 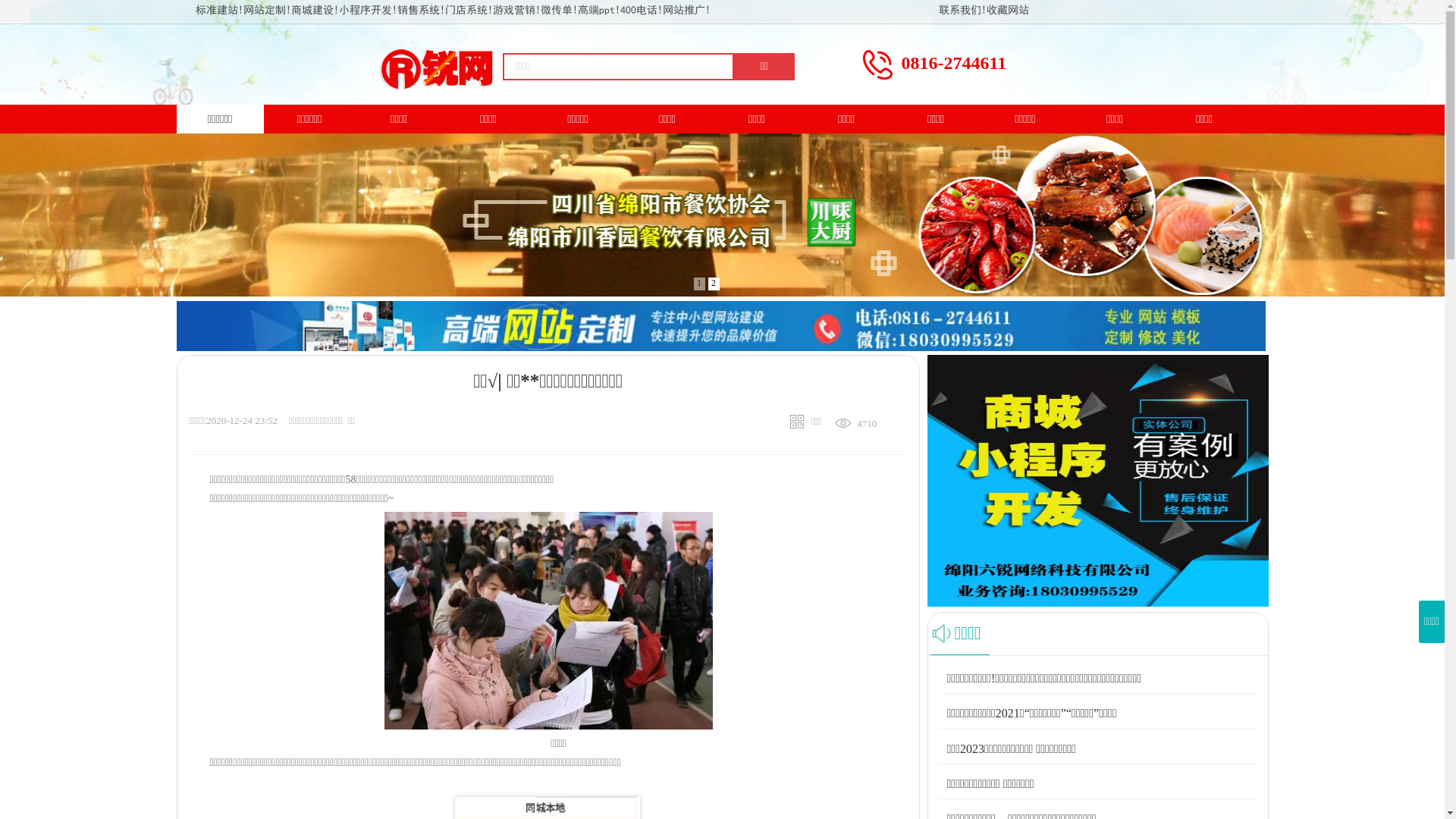 I want to click on '2', so click(x=713, y=284).